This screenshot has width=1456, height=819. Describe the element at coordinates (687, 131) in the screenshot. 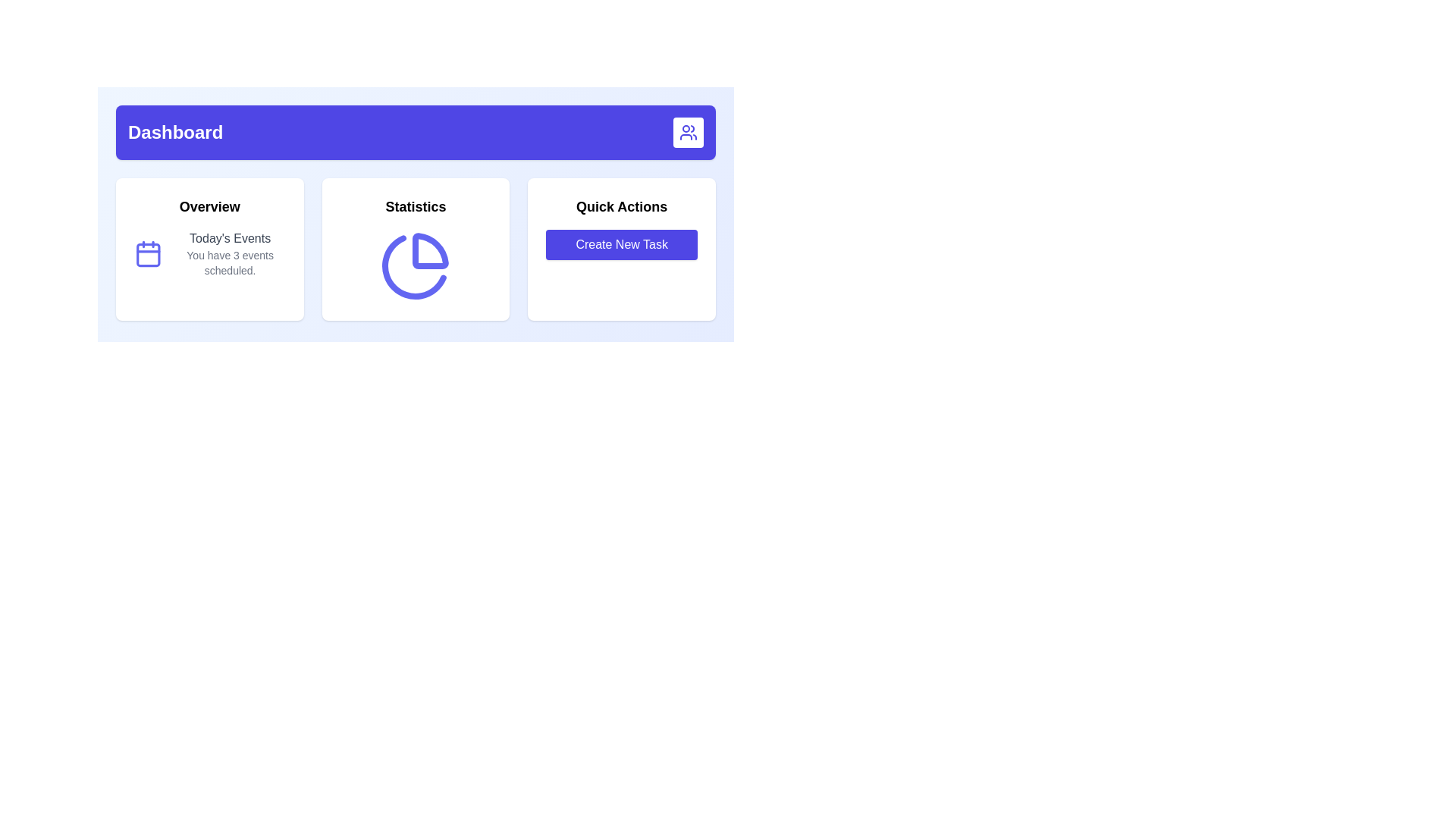

I see `the icon depicting two humanoid figures located in the top-right area of the purple header bar titled 'Dashboard'` at that location.